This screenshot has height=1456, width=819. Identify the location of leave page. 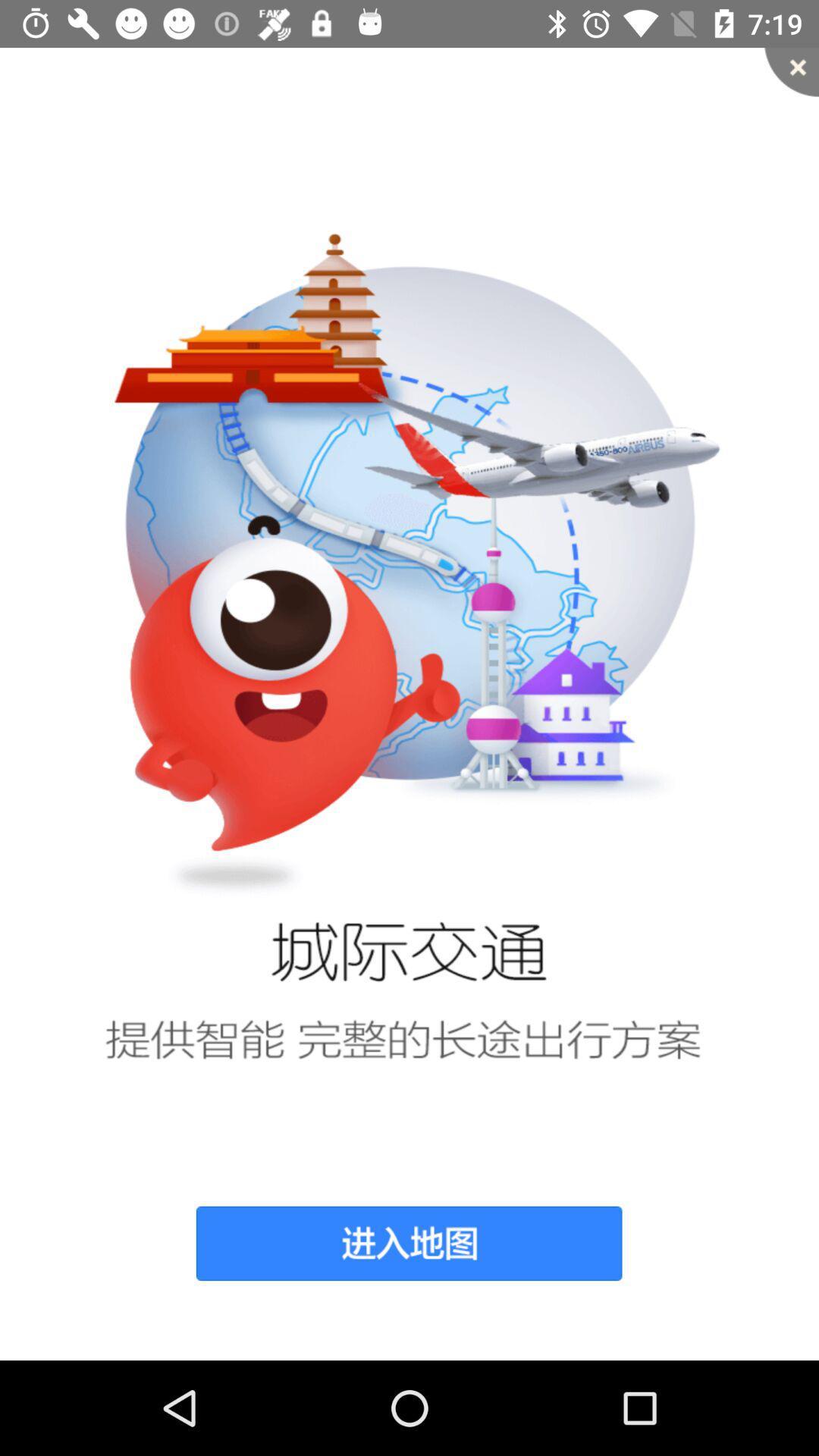
(791, 71).